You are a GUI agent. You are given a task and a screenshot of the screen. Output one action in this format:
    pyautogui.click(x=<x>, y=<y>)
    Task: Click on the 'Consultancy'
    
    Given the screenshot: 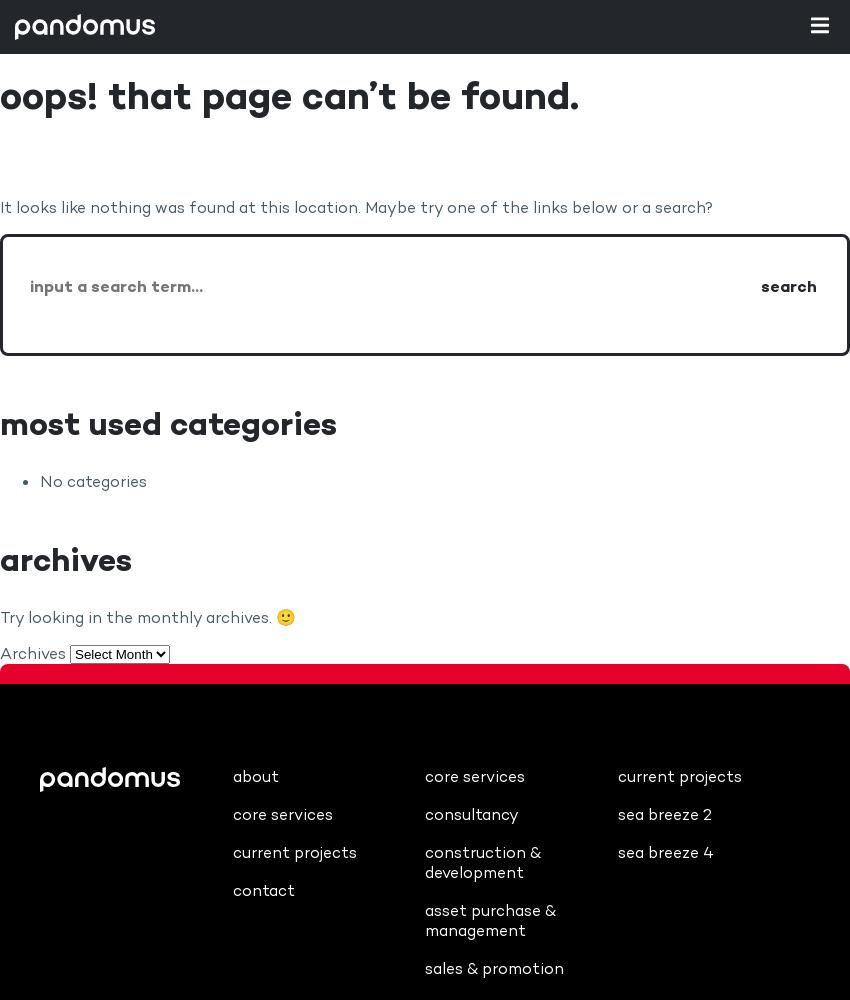 What is the action you would take?
    pyautogui.click(x=472, y=813)
    